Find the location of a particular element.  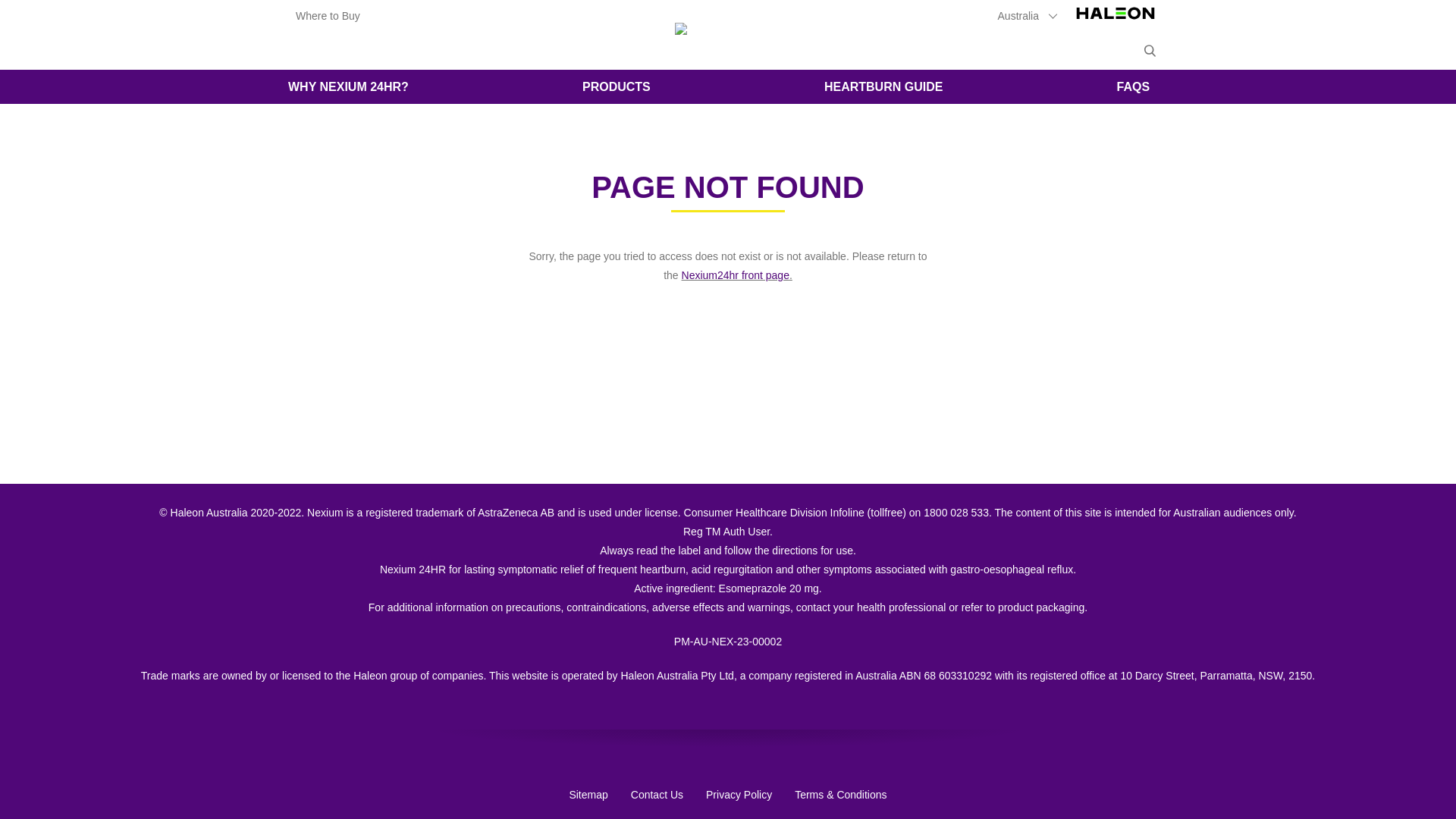

'Where to Buy' is located at coordinates (295, 15).